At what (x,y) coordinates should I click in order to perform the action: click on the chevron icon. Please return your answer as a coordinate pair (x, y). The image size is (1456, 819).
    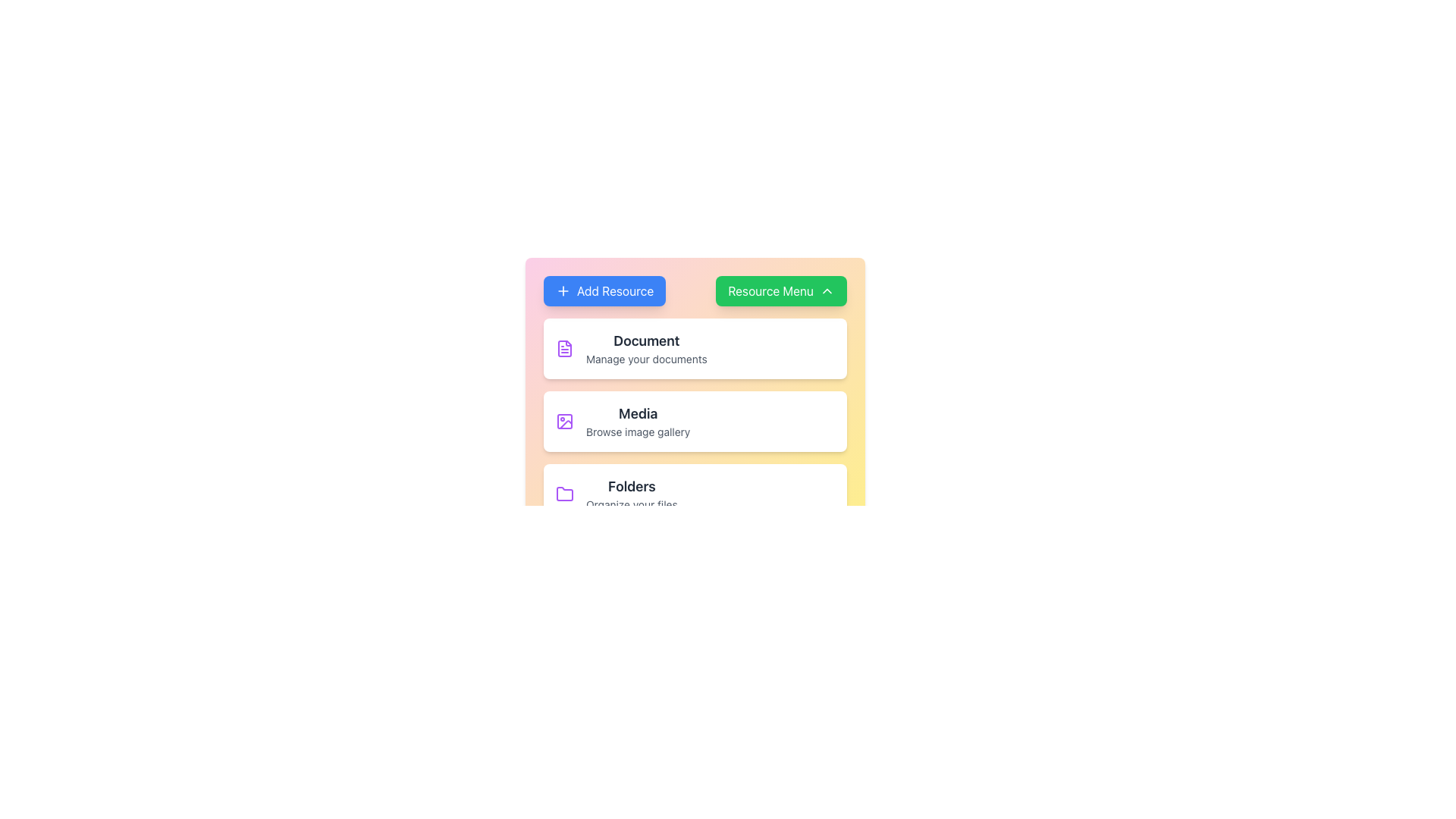
    Looking at the image, I should click on (826, 291).